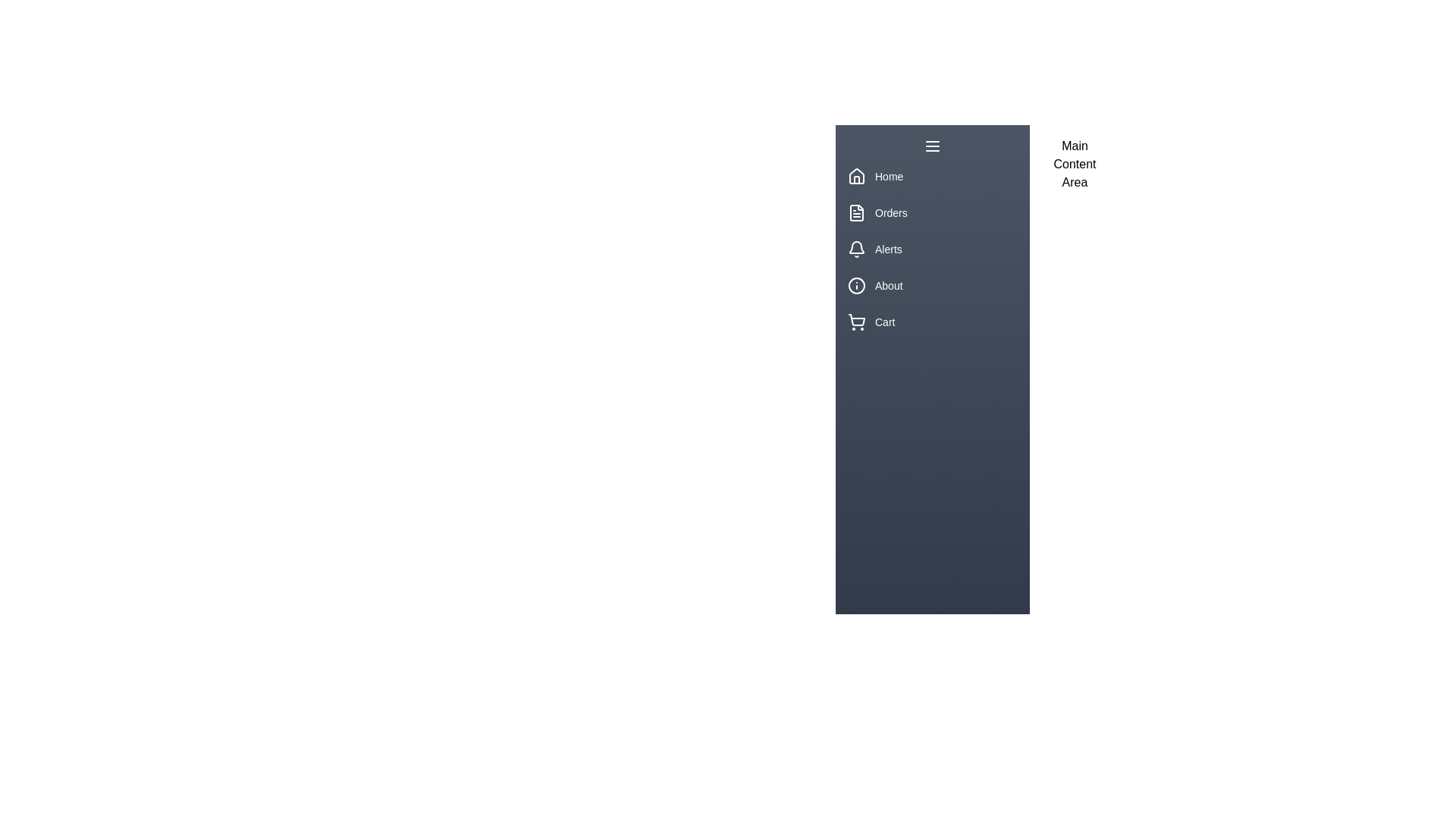 The image size is (1456, 819). What do you see at coordinates (1074, 534) in the screenshot?
I see `the main content area of the drawer` at bounding box center [1074, 534].